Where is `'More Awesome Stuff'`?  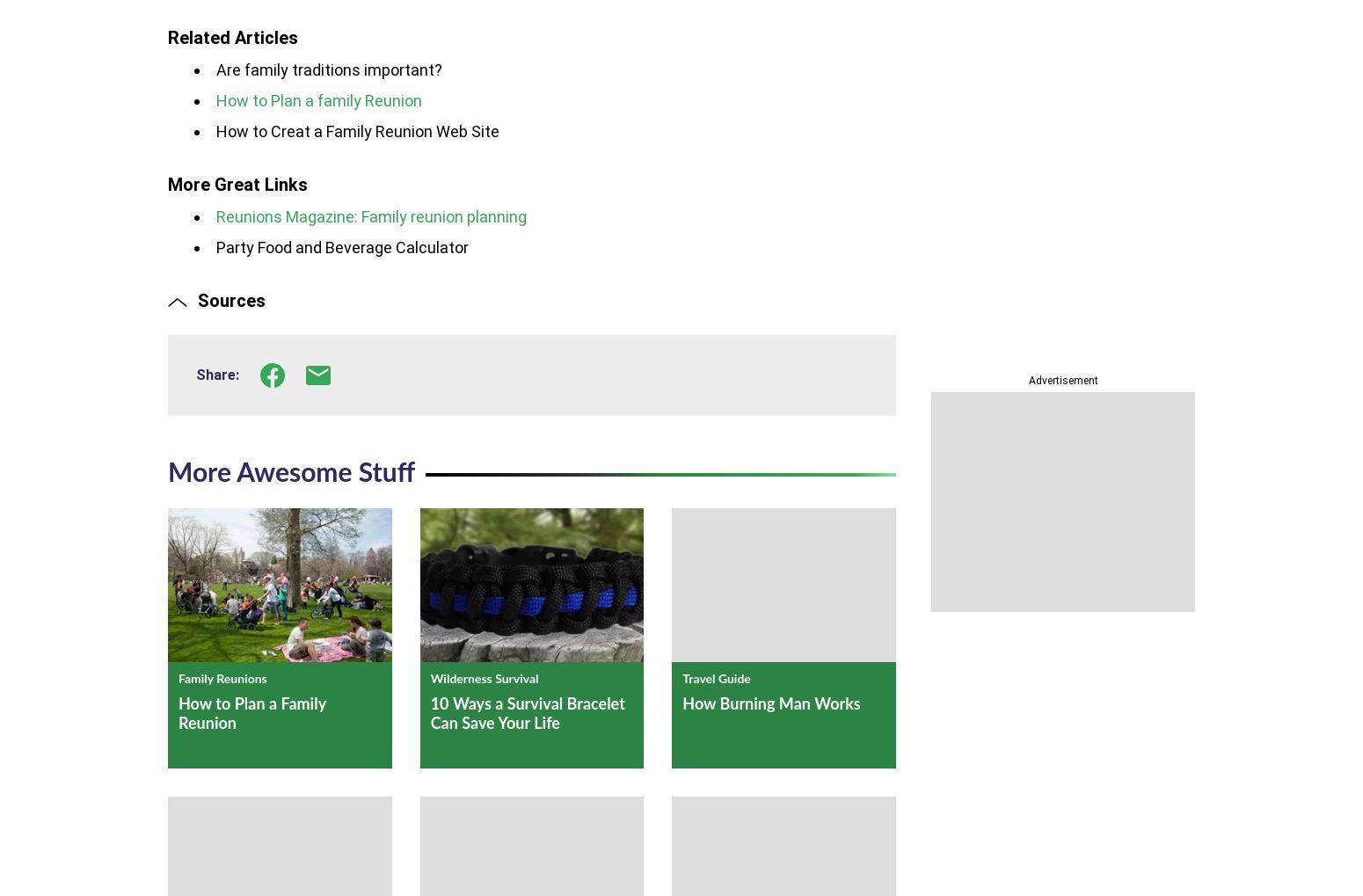
'More Awesome Stuff' is located at coordinates (166, 473).